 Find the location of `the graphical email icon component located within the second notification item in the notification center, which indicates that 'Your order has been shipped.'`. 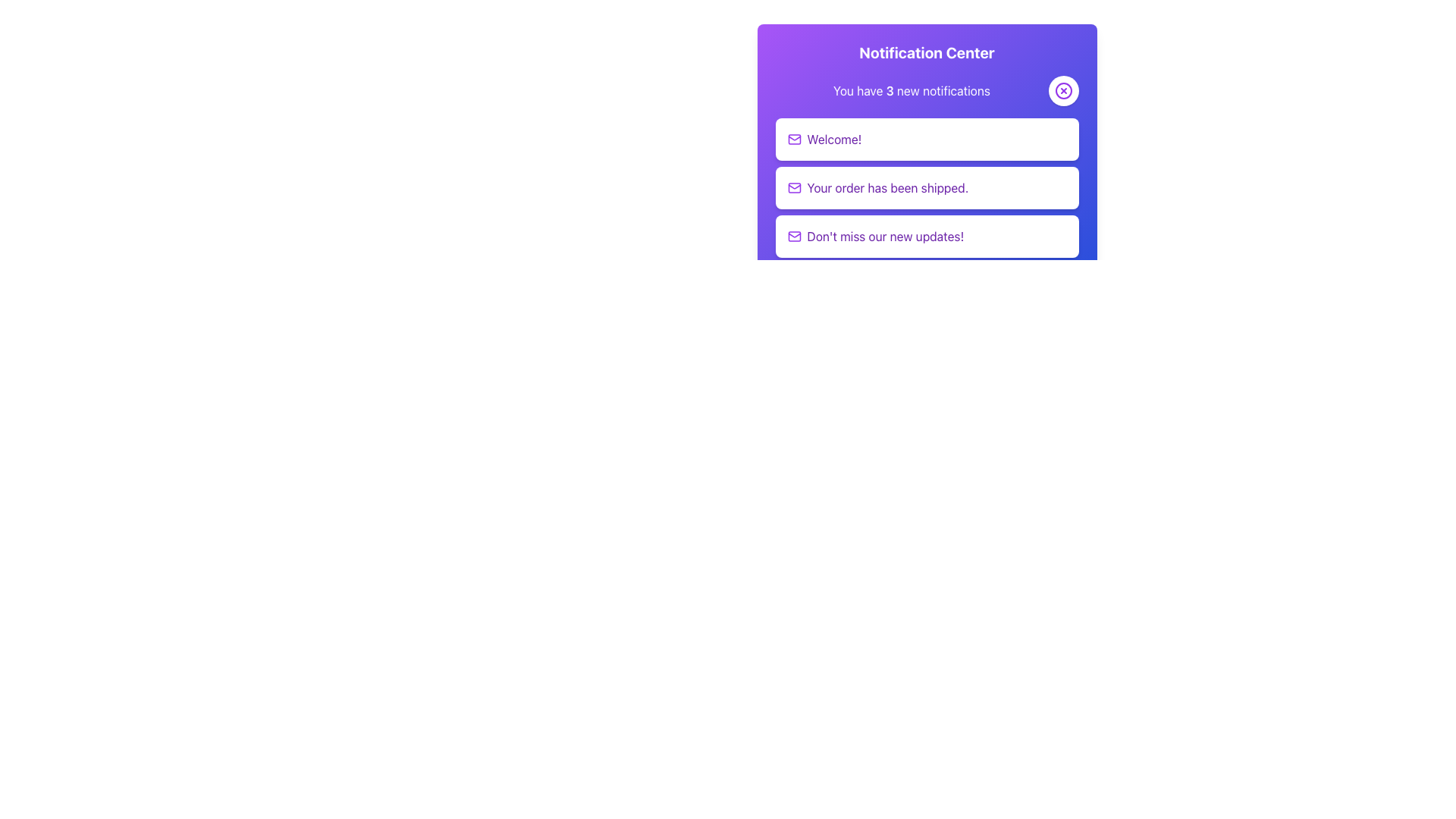

the graphical email icon component located within the second notification item in the notification center, which indicates that 'Your order has been shipped.' is located at coordinates (793, 187).